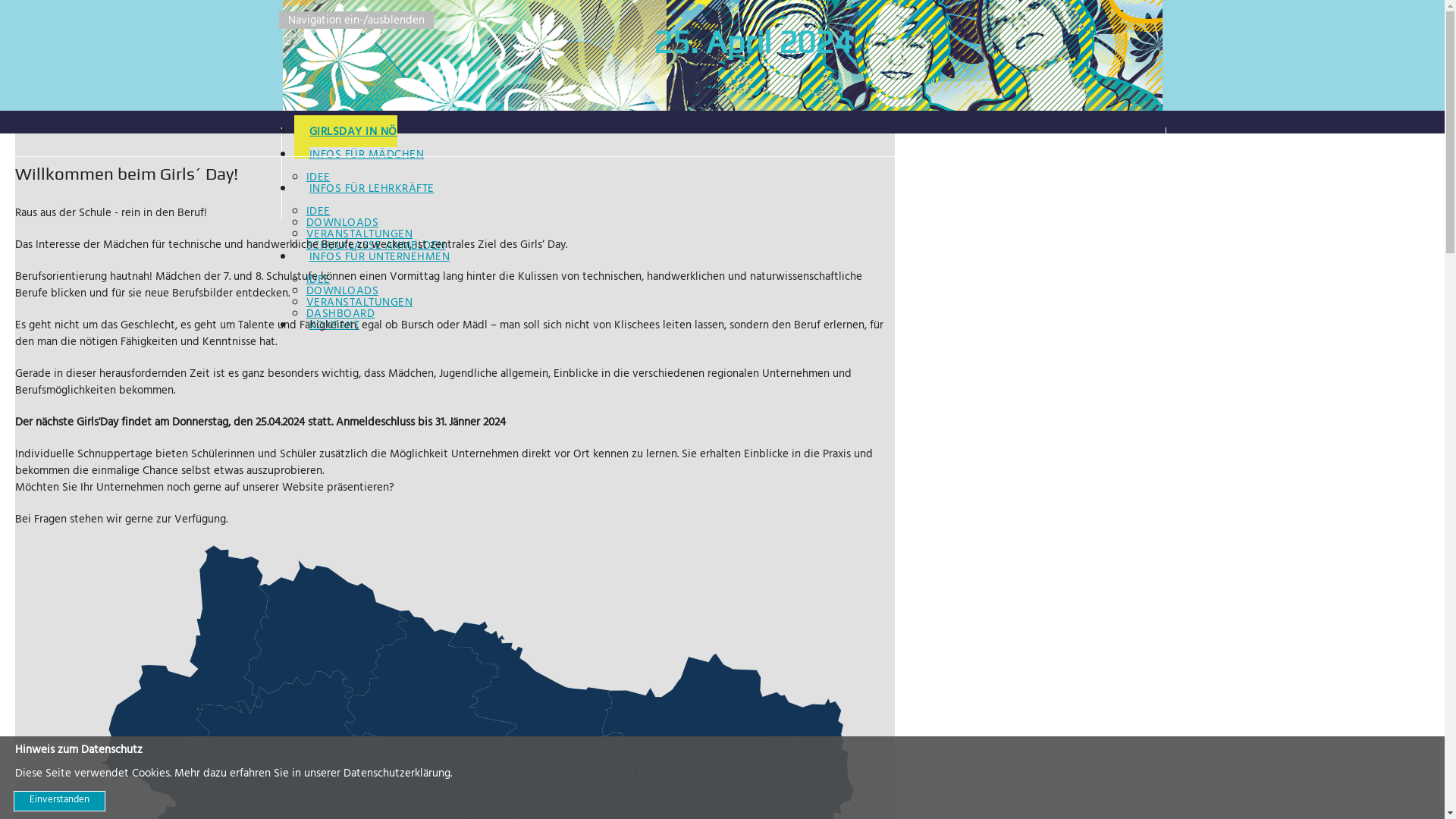  Describe the element at coordinates (318, 177) in the screenshot. I see `'IDEE'` at that location.